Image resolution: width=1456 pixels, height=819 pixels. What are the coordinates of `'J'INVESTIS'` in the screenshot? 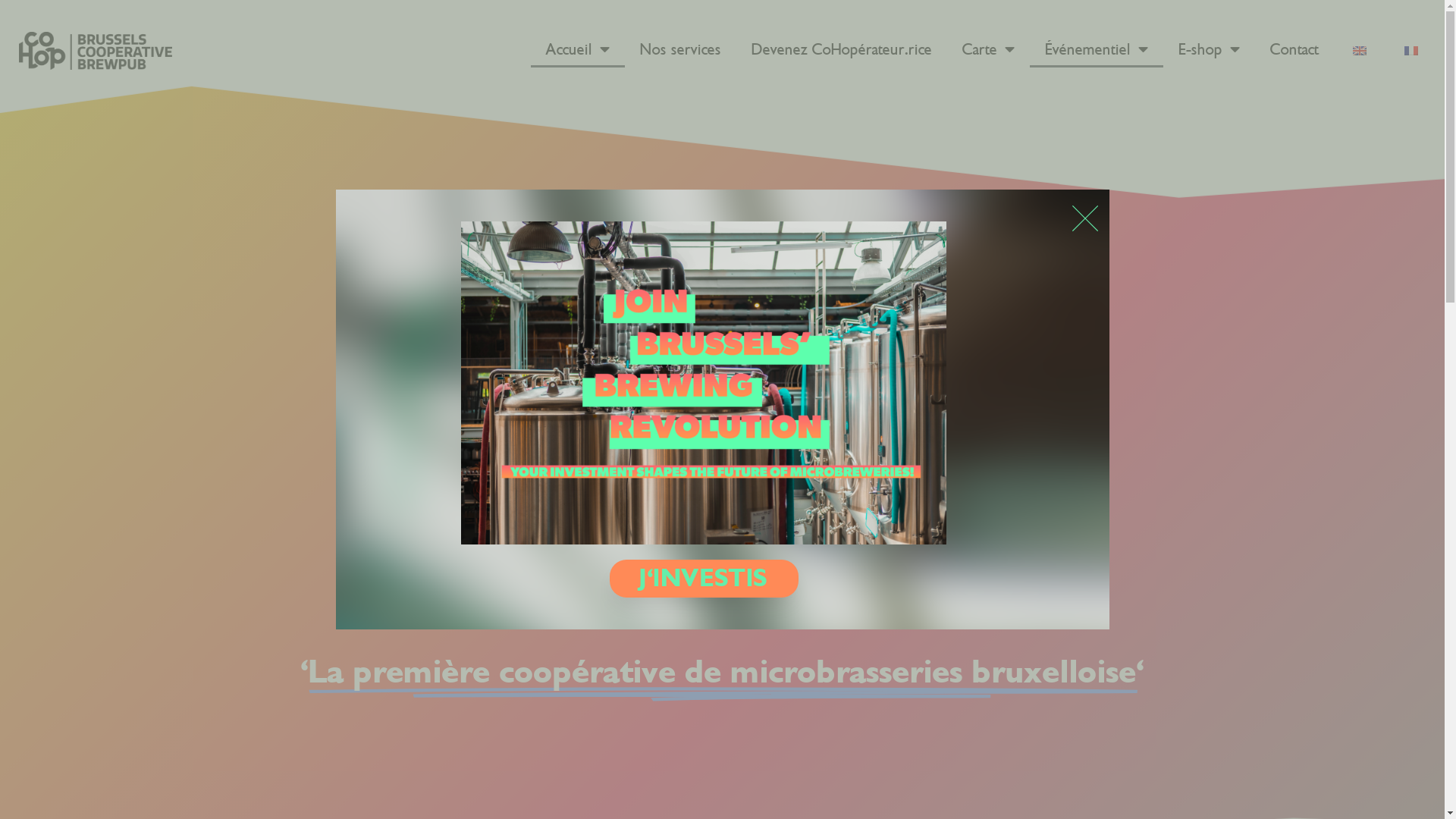 It's located at (703, 579).